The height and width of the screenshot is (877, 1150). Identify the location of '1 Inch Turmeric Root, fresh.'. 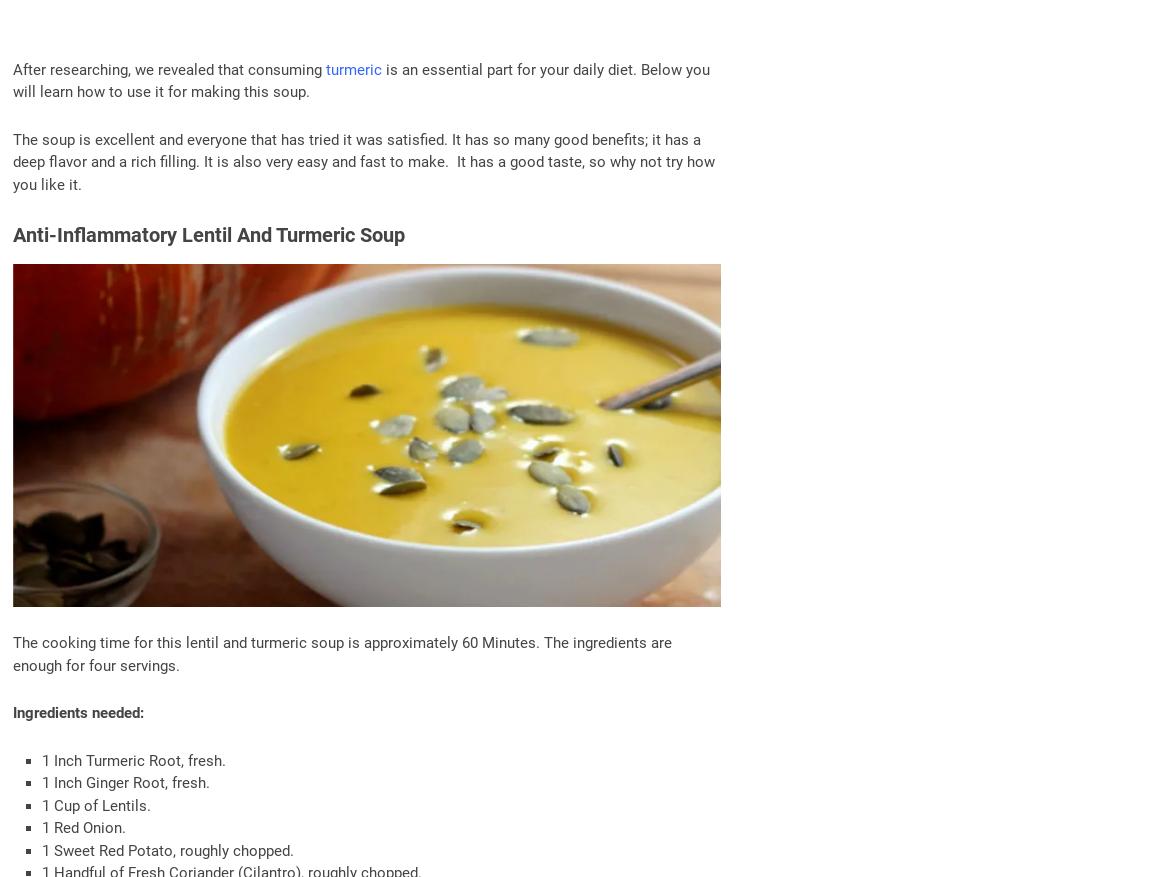
(132, 760).